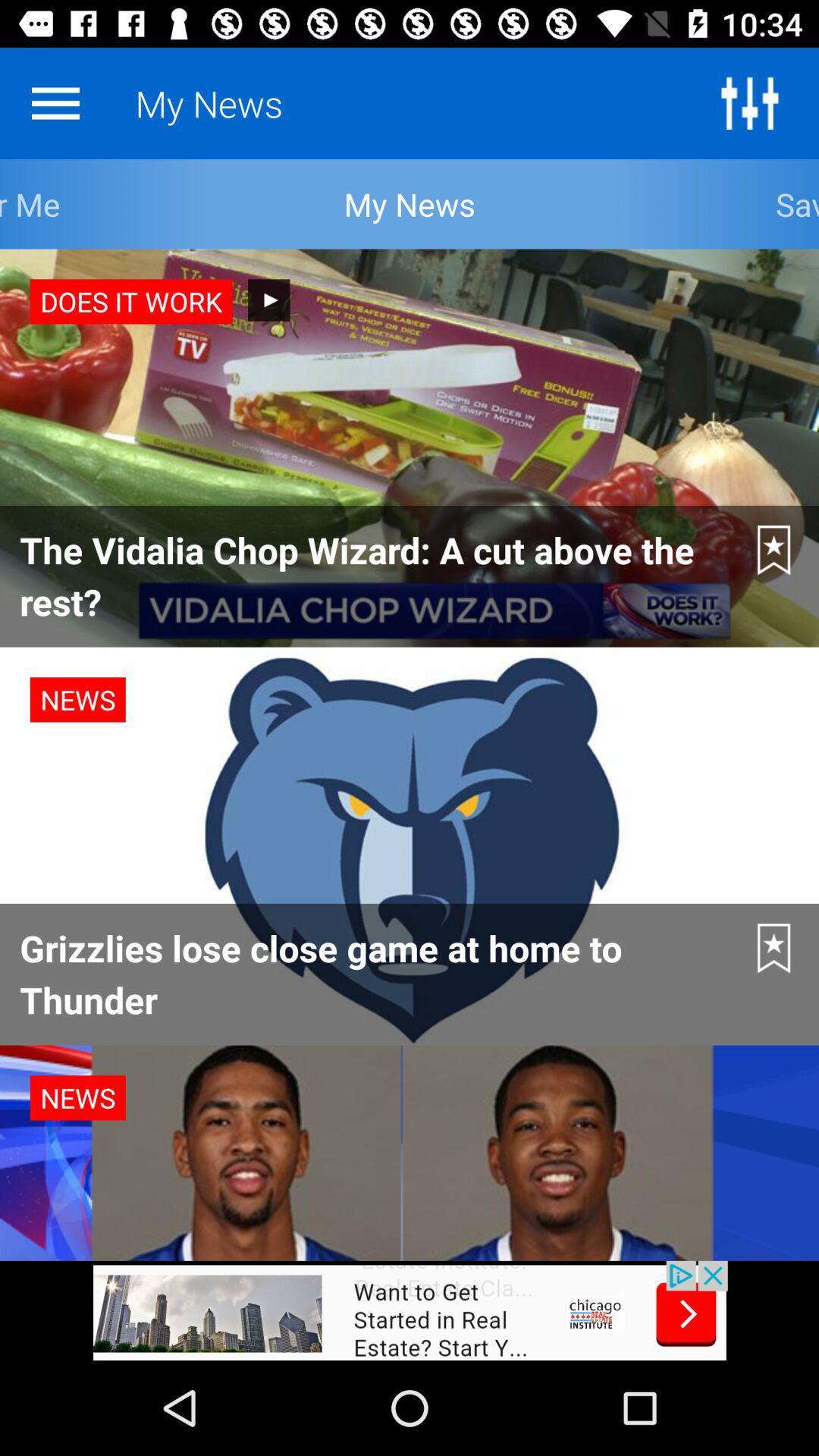 The width and height of the screenshot is (819, 1456). I want to click on the sliders icon, so click(748, 102).